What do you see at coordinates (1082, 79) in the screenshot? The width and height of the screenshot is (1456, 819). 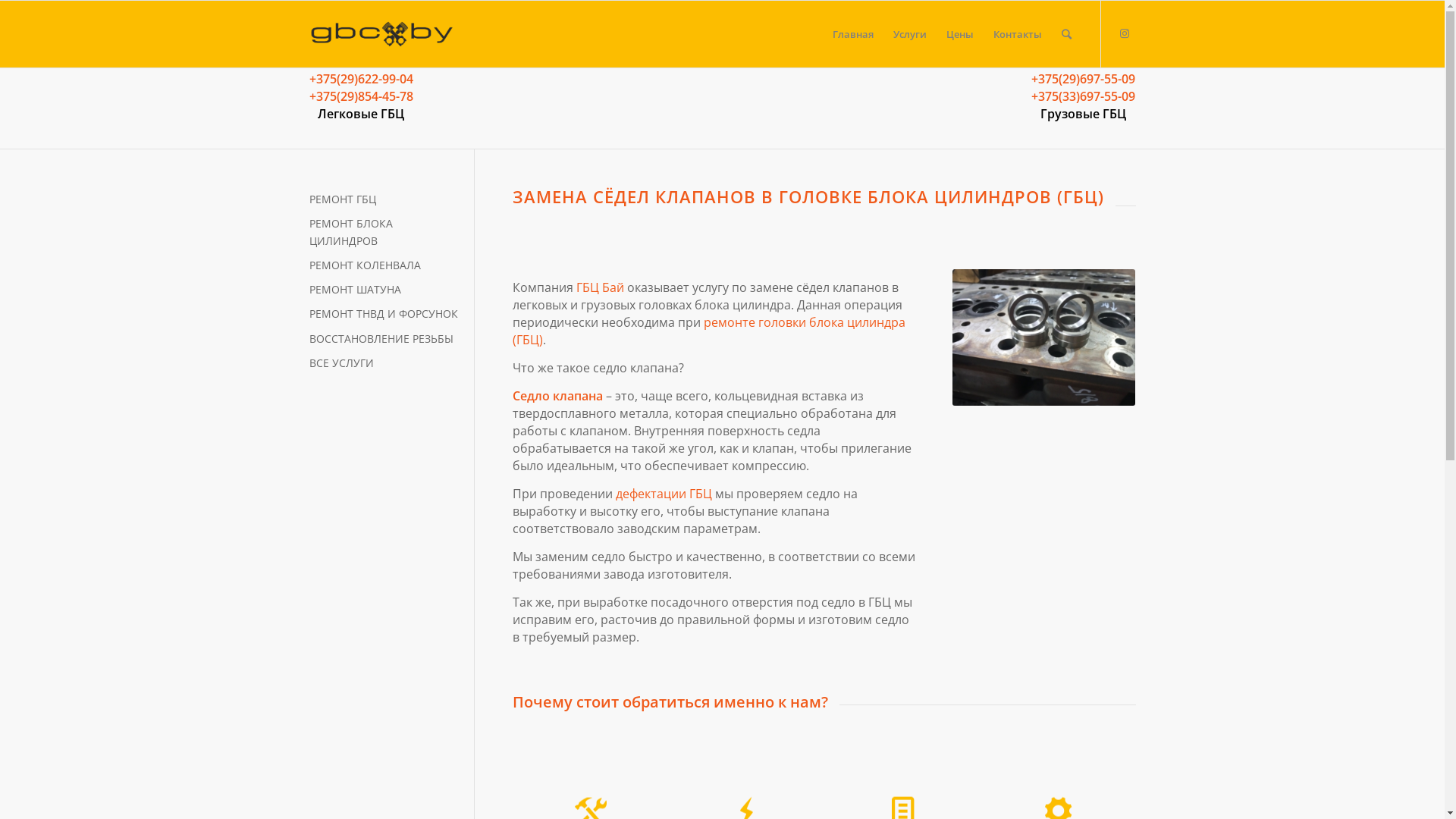 I see `'+375(29)697-55-09'` at bounding box center [1082, 79].